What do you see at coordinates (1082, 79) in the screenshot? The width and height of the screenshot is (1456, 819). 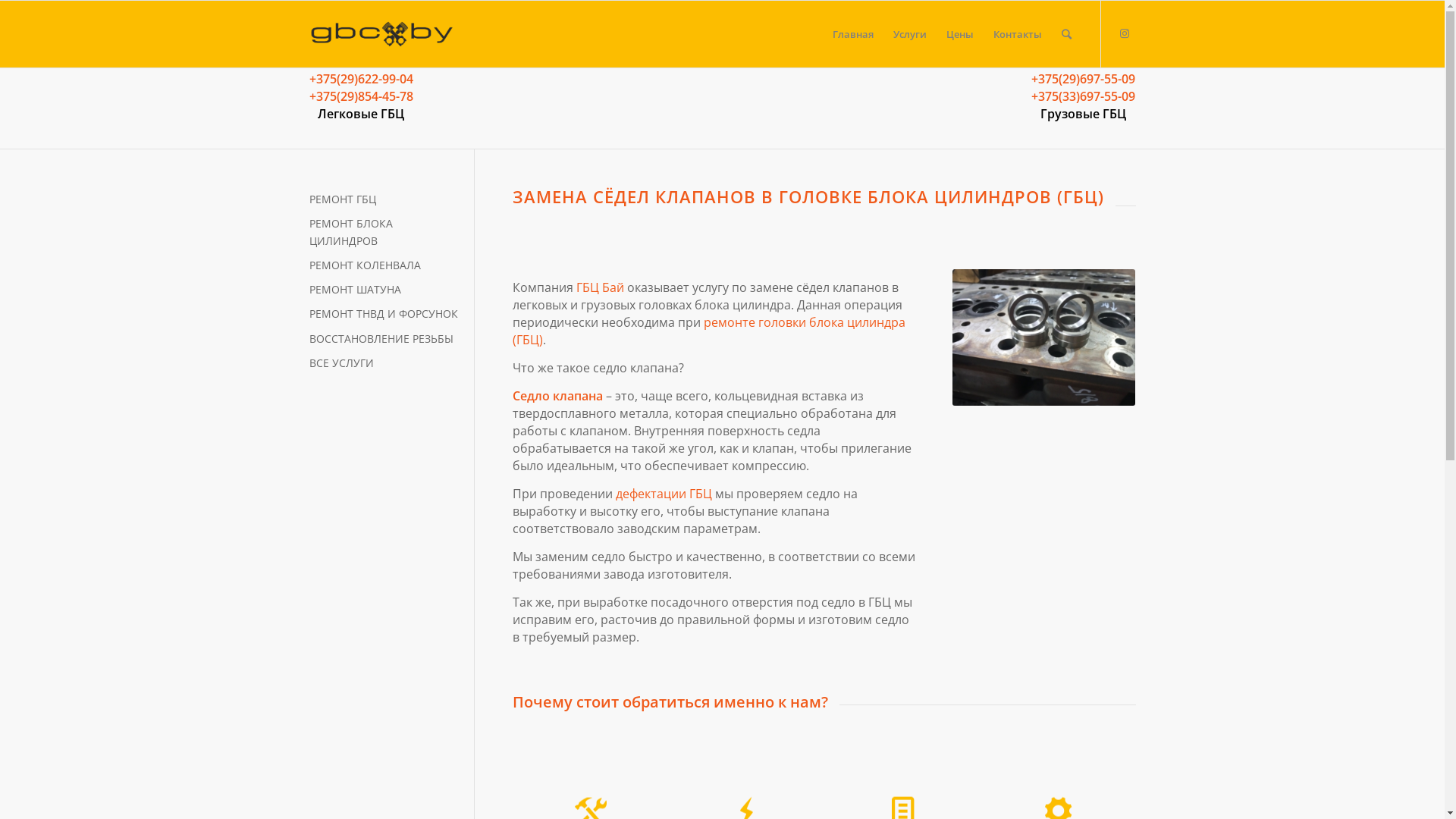 I see `'+375(29)697-55-09'` at bounding box center [1082, 79].